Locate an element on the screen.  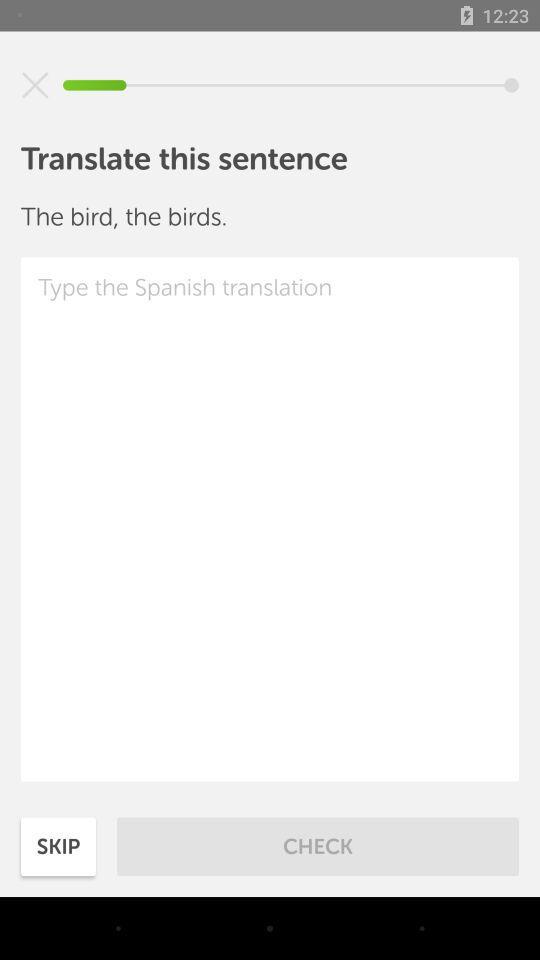
type in words for translation is located at coordinates (270, 518).